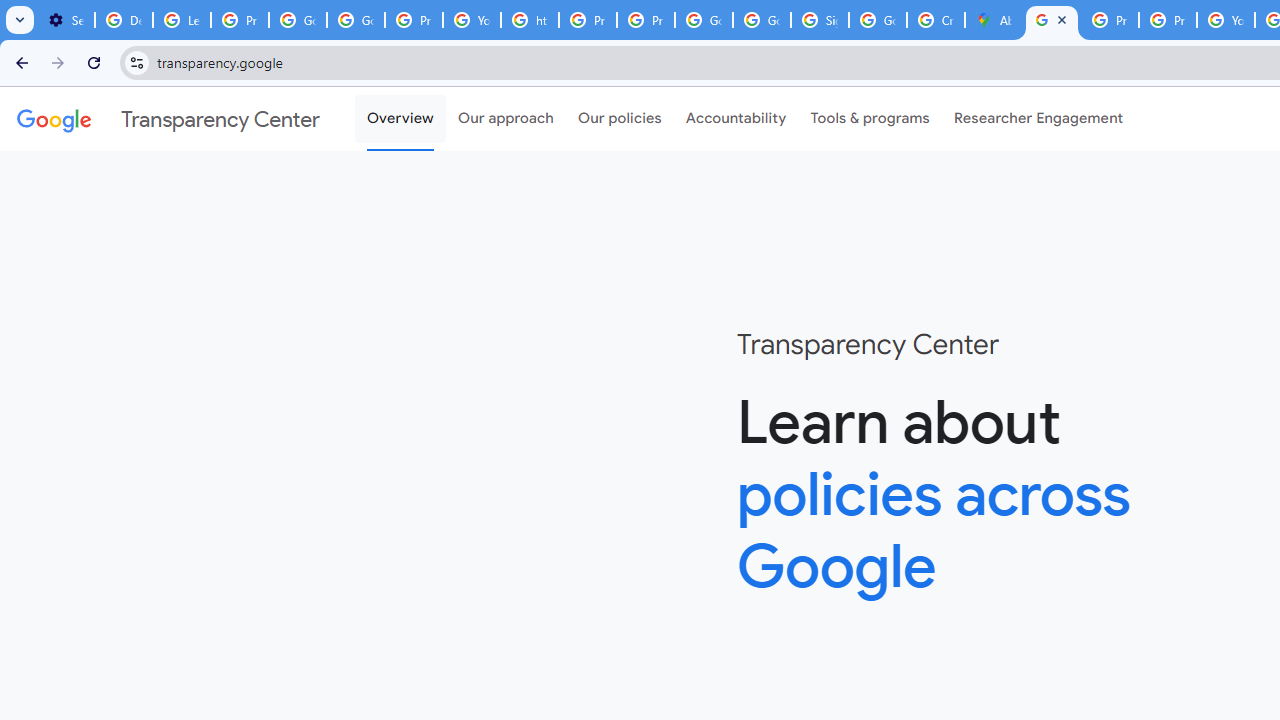 Image resolution: width=1280 pixels, height=720 pixels. What do you see at coordinates (935, 20) in the screenshot?
I see `'Create your Google Account'` at bounding box center [935, 20].